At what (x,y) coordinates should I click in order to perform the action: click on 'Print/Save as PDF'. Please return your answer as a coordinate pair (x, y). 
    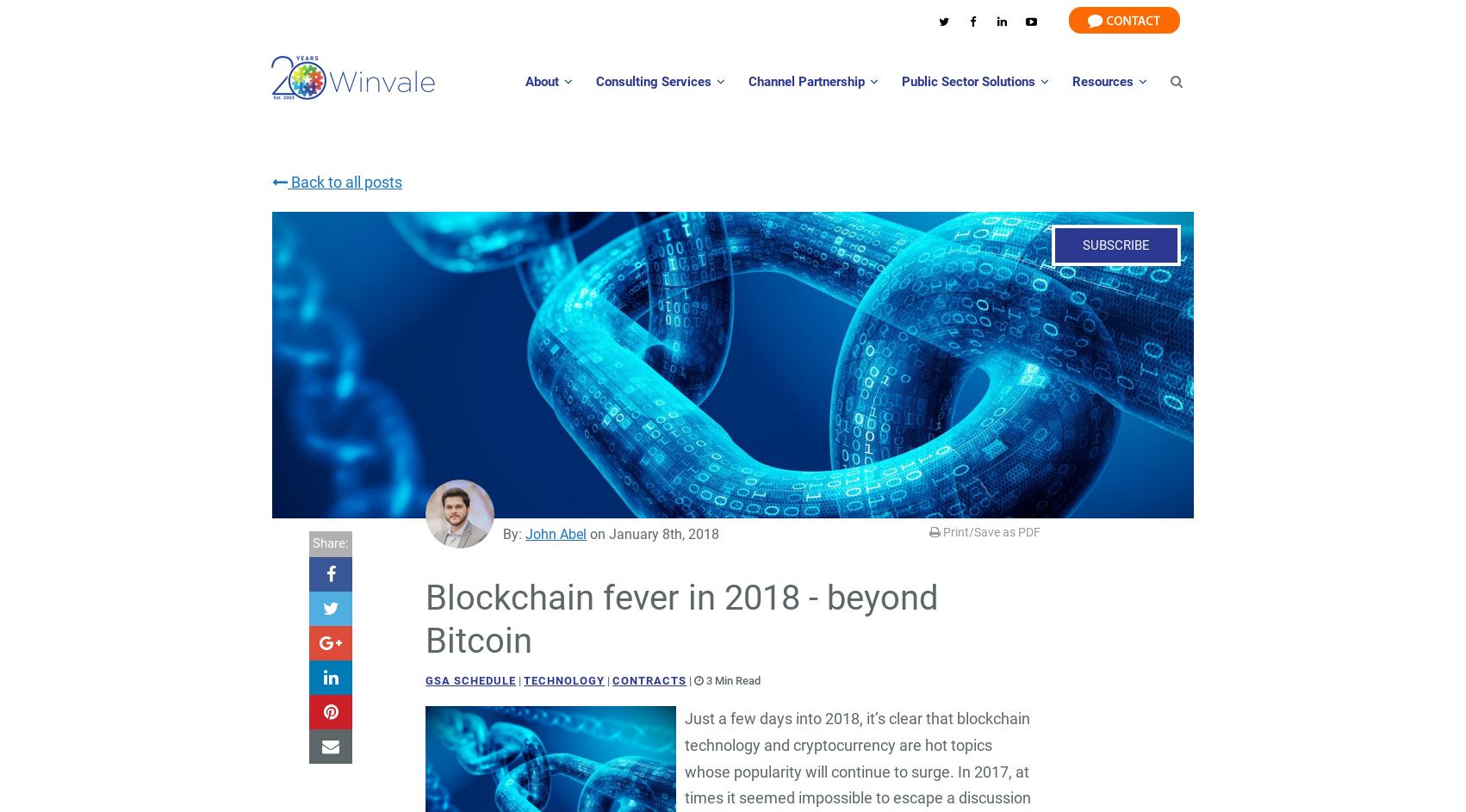
    Looking at the image, I should click on (990, 531).